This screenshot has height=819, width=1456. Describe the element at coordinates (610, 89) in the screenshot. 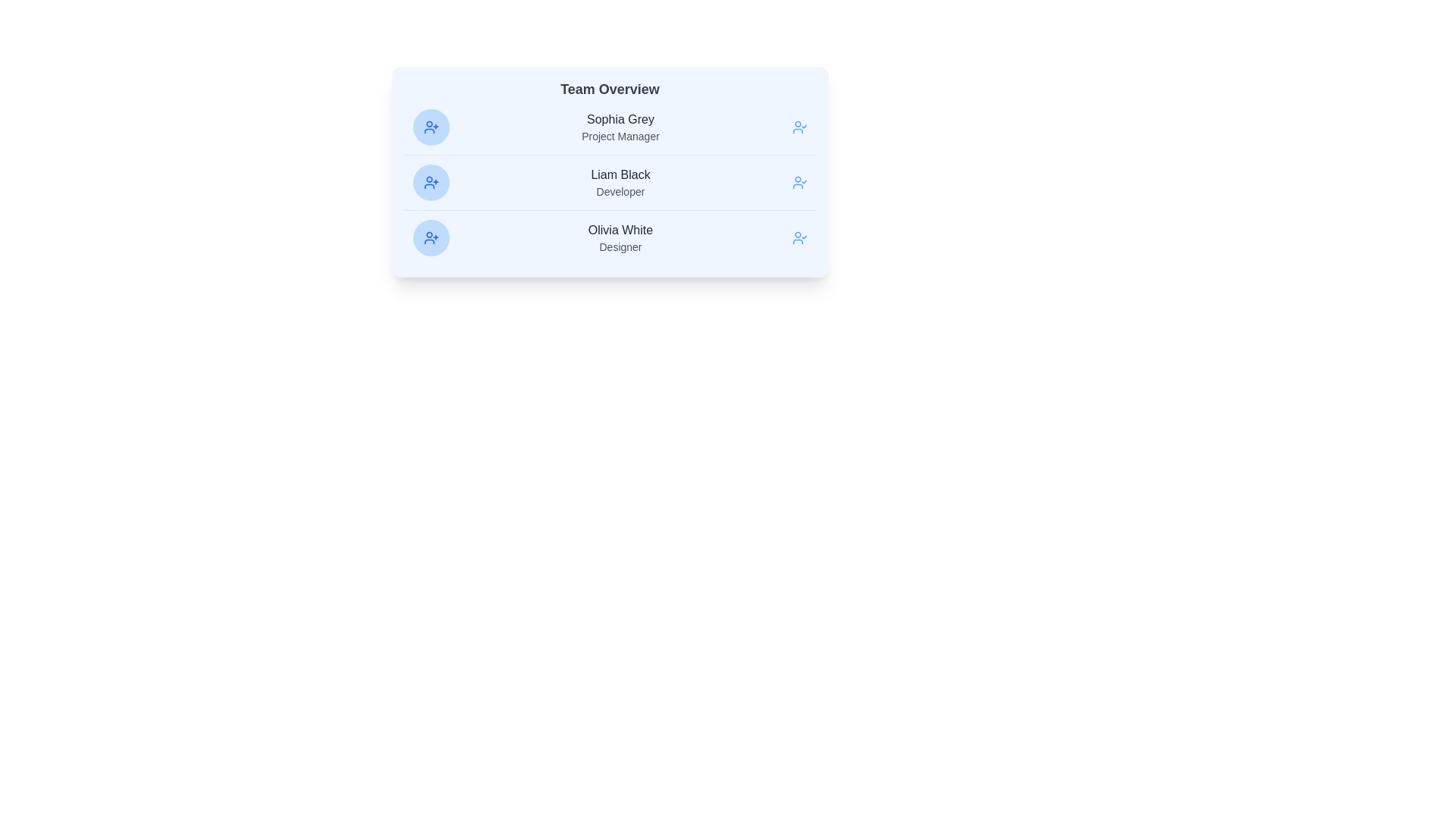

I see `text of the heading Text Label located at the top of the team overview card, which indicates the nature of the information displayed below` at that location.